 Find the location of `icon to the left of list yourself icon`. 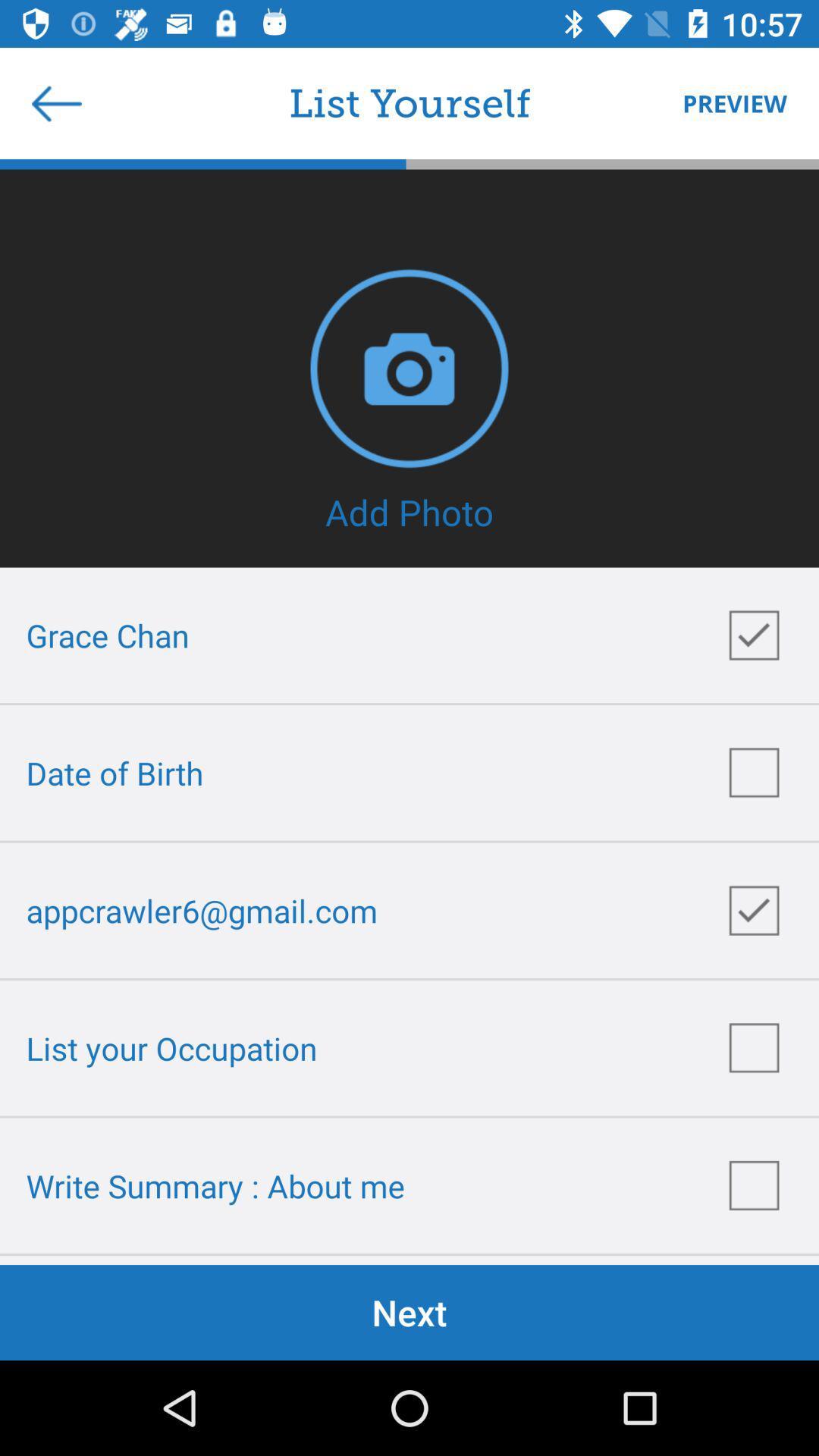

icon to the left of list yourself icon is located at coordinates (55, 102).